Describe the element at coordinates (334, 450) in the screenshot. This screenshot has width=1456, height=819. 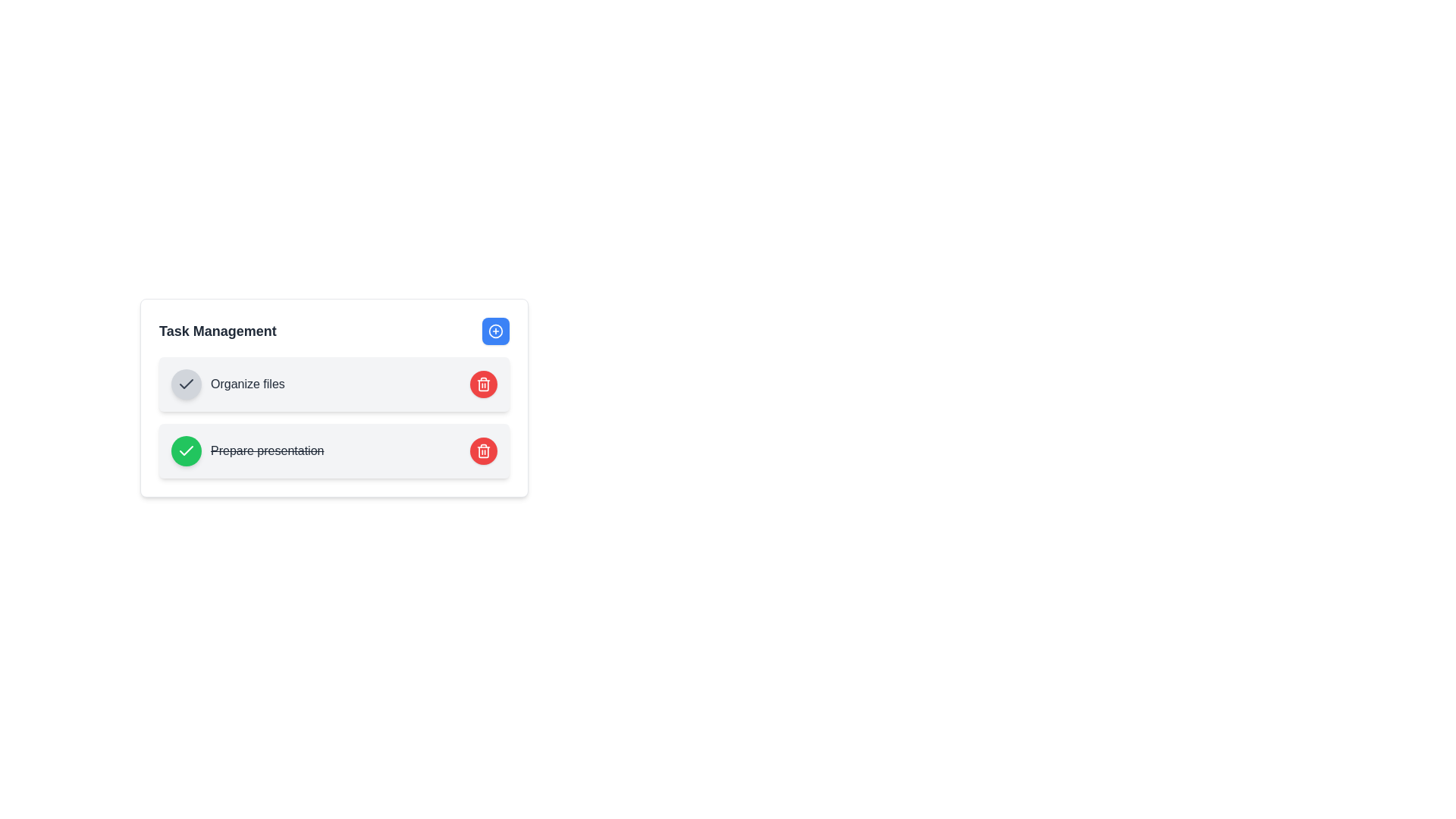
I see `the green checkmark button on the second interactive task list item labeled 'Prepare presentation' in the Task Management section to uncheck the task` at that location.